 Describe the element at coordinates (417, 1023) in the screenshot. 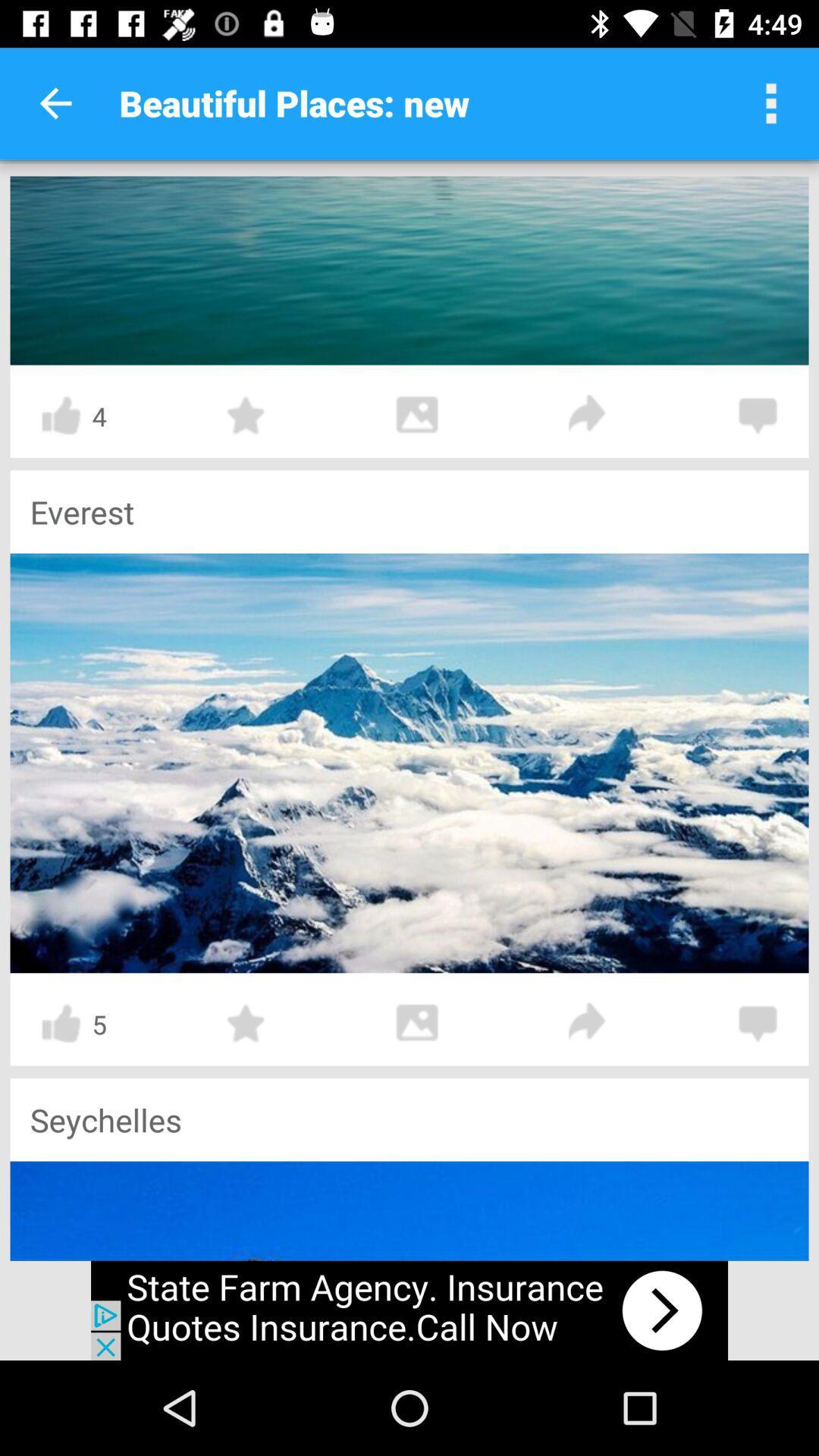

I see `photo` at that location.